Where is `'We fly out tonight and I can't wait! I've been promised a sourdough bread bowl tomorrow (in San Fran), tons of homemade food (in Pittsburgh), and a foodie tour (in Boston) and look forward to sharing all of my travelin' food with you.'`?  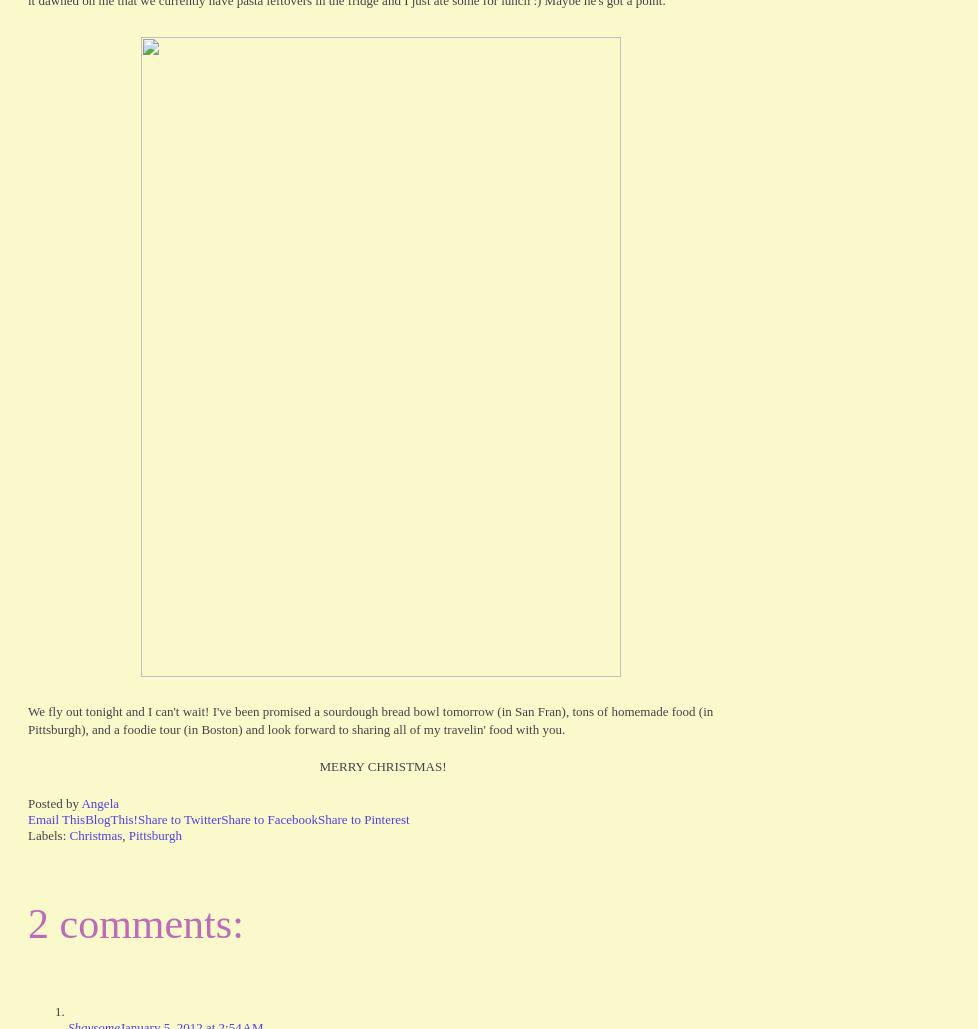 'We fly out tonight and I can't wait! I've been promised a sourdough bread bowl tomorrow (in San Fran), tons of homemade food (in Pittsburgh), and a foodie tour (in Boston) and look forward to sharing all of my travelin' food with you.' is located at coordinates (369, 718).